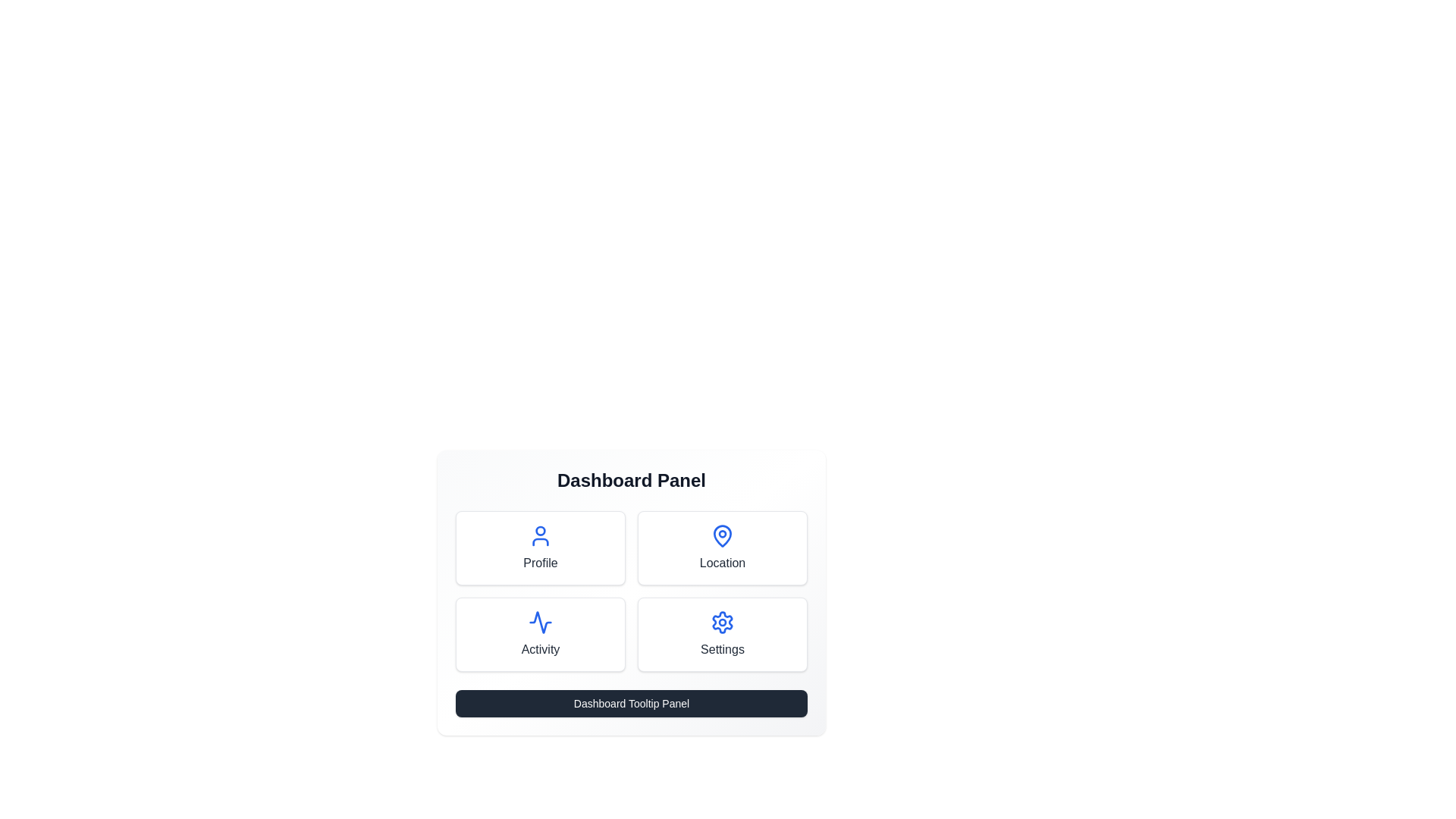 This screenshot has height=819, width=1456. What do you see at coordinates (541, 548) in the screenshot?
I see `the Profile button, which is a card-style component with a user icon in blue and the text 'Profile', to trigger hover effects` at bounding box center [541, 548].